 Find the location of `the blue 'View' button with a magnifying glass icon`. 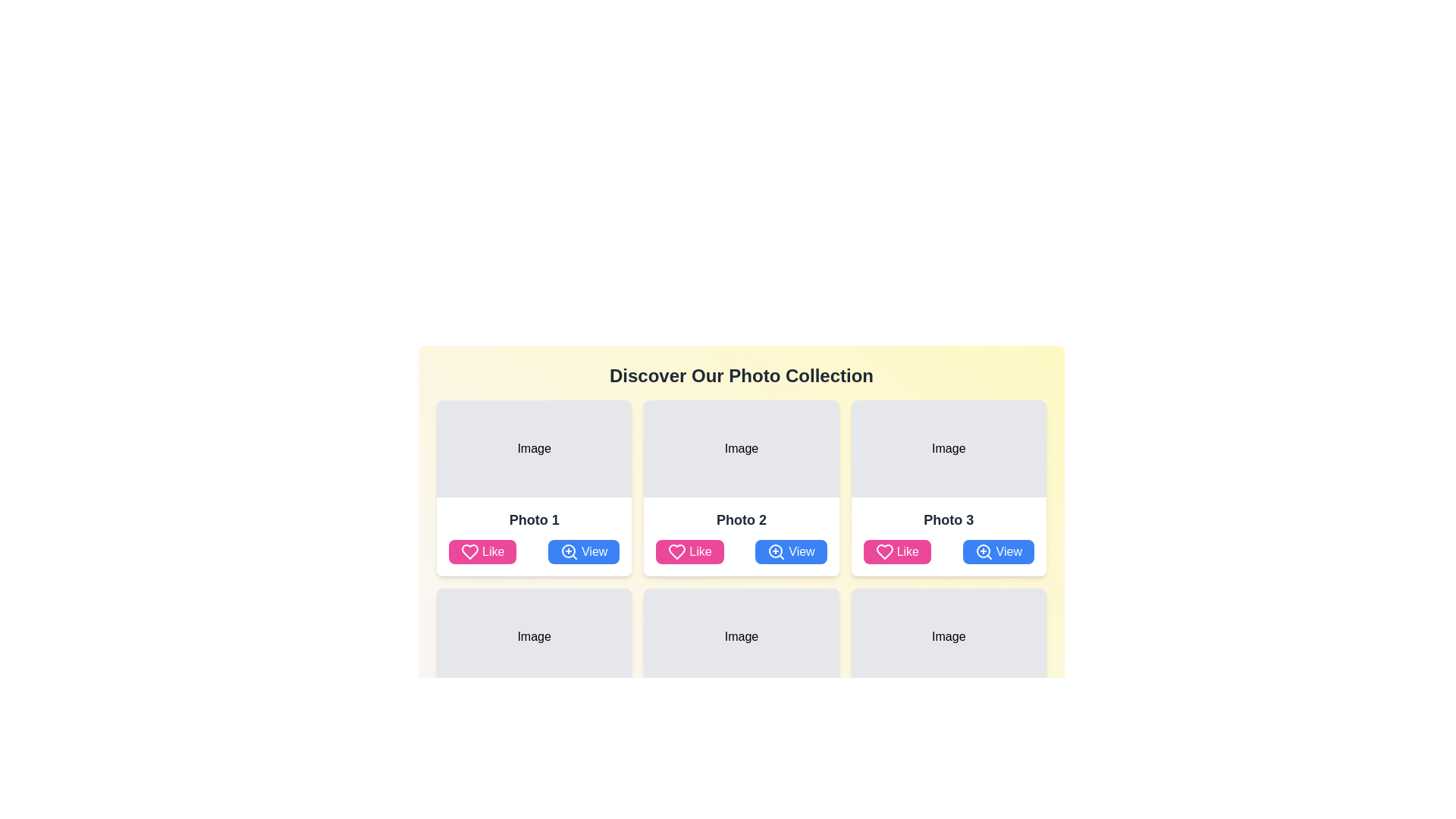

the blue 'View' button with a magnifying glass icon is located at coordinates (790, 552).